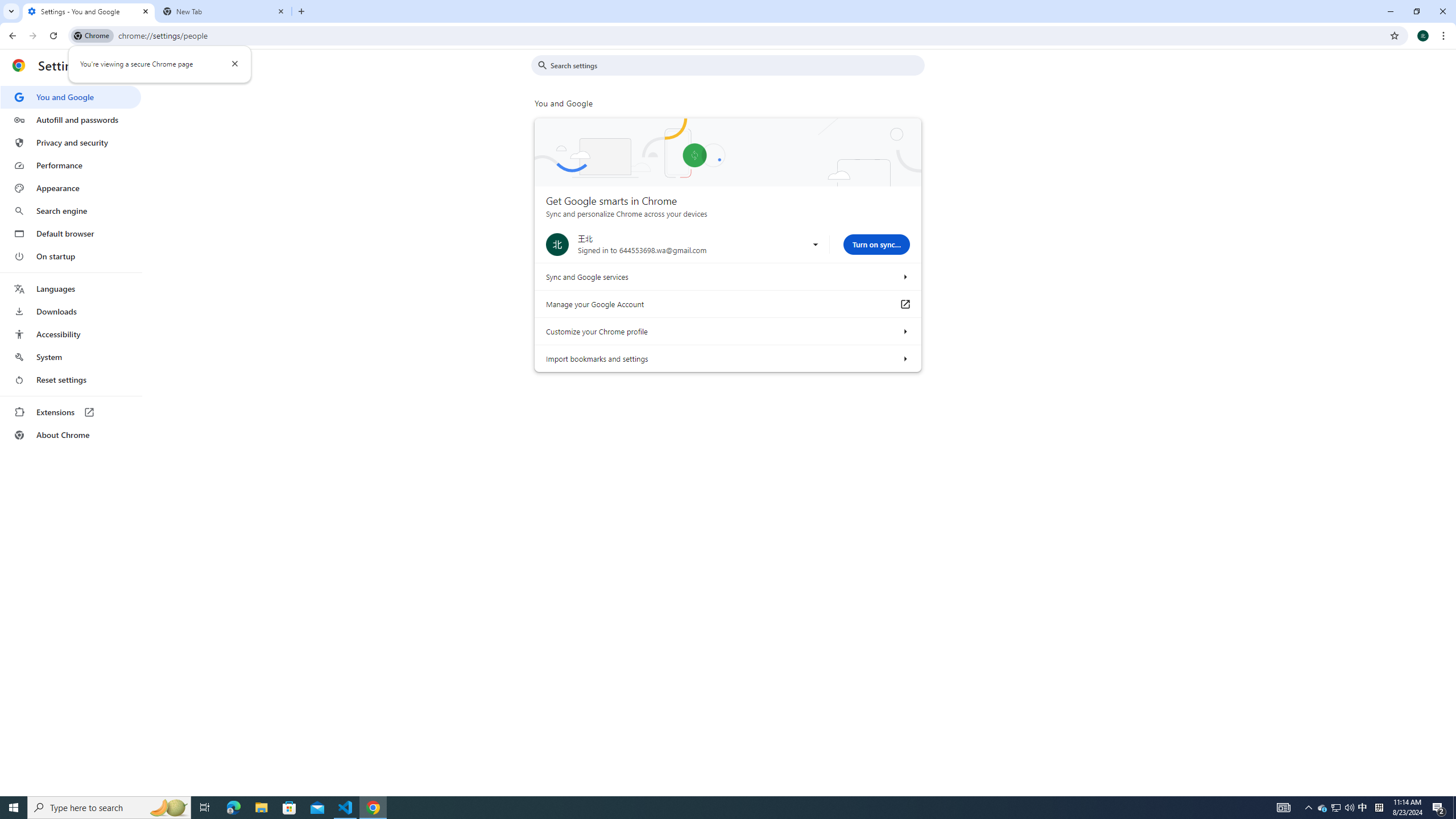  What do you see at coordinates (70, 233) in the screenshot?
I see `'Default browser'` at bounding box center [70, 233].